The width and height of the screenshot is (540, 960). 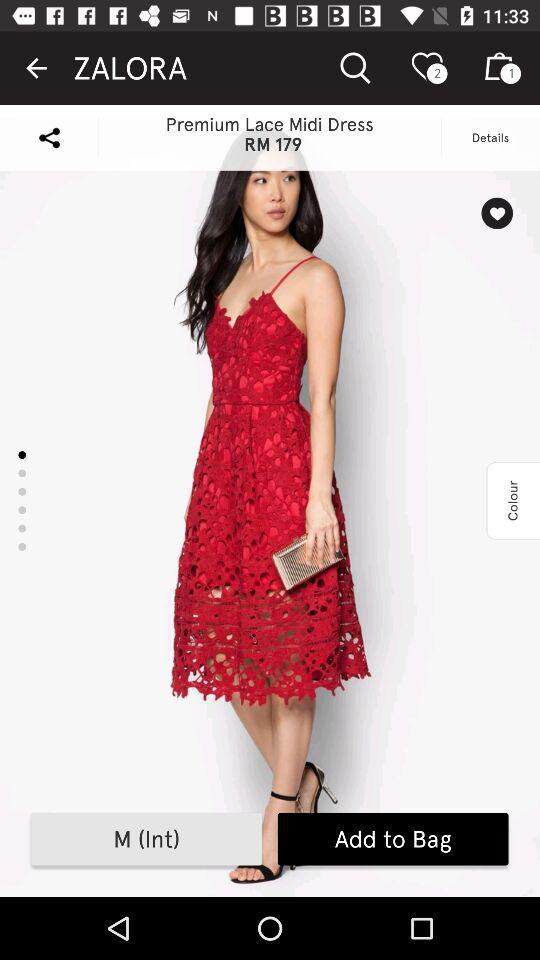 I want to click on icon next to add to bag icon, so click(x=145, y=839).